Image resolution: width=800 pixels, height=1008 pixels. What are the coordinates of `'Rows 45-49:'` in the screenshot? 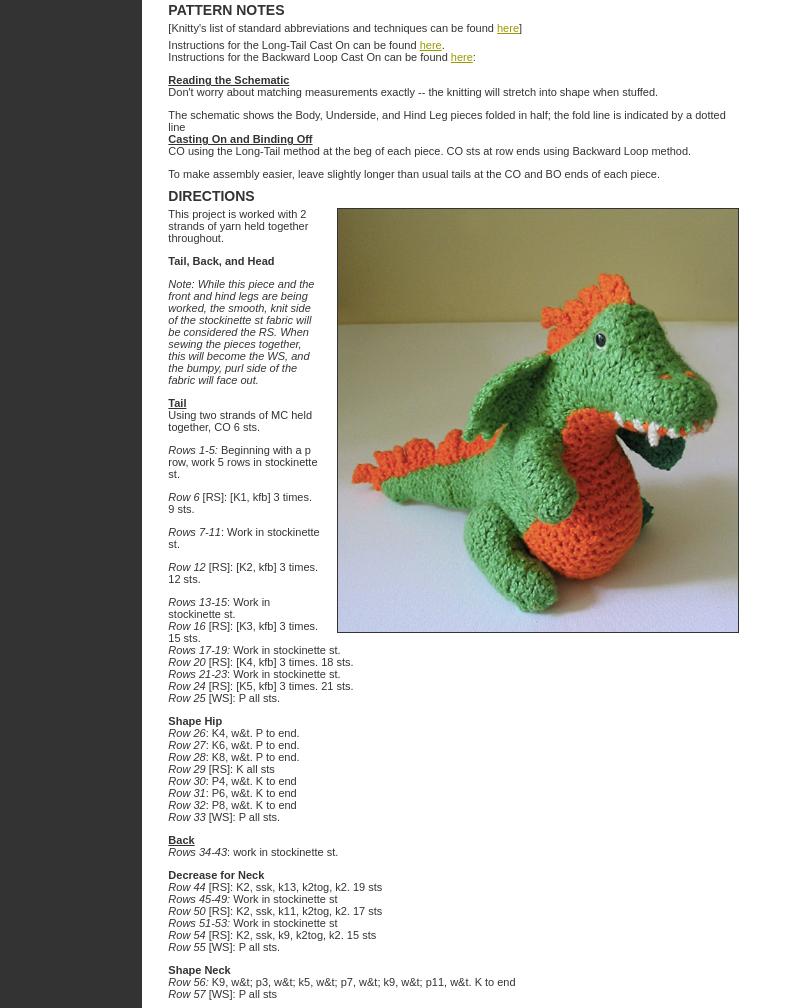 It's located at (200, 899).